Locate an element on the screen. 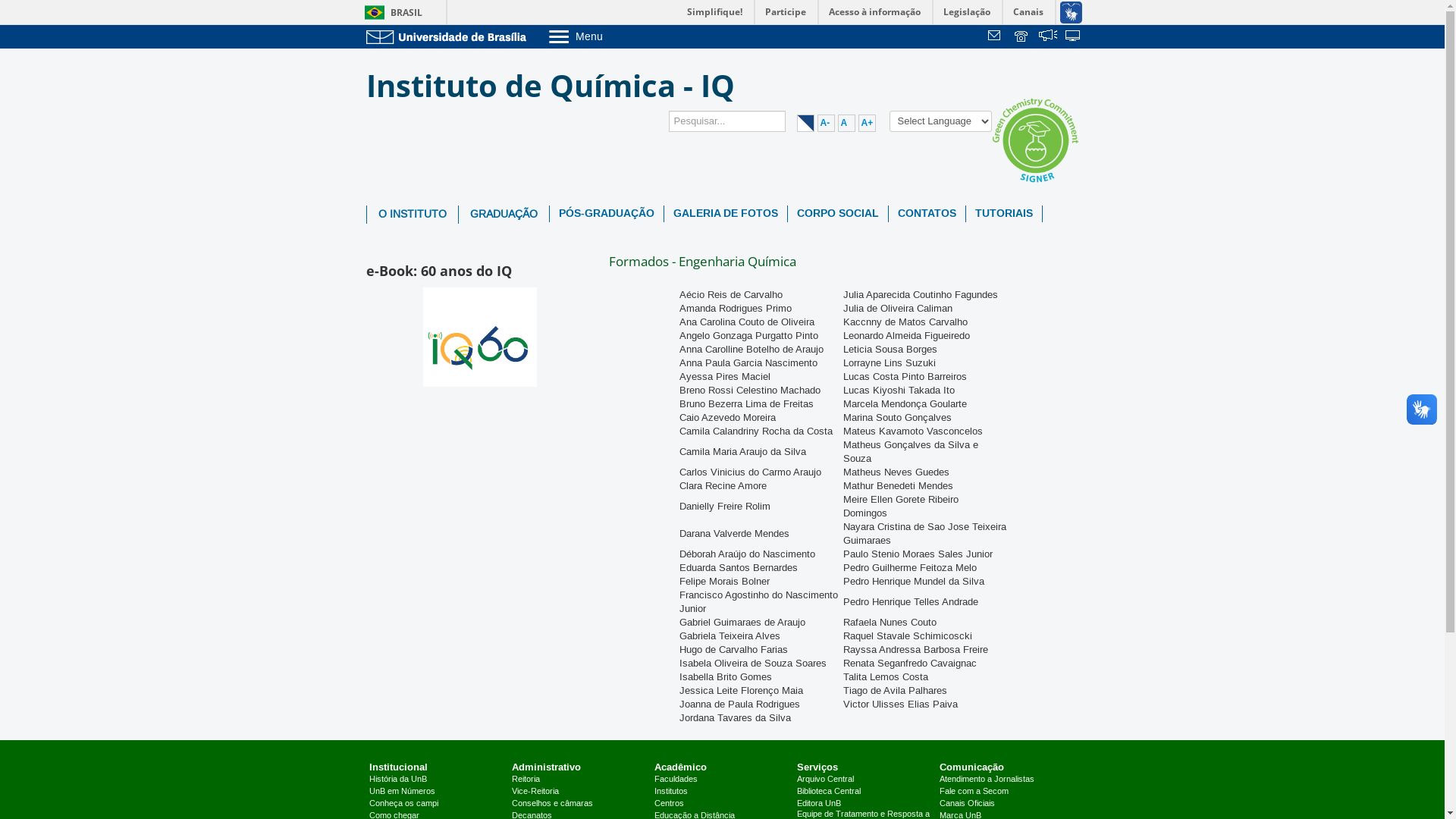  'GALERIA DE FOTOS' is located at coordinates (724, 213).